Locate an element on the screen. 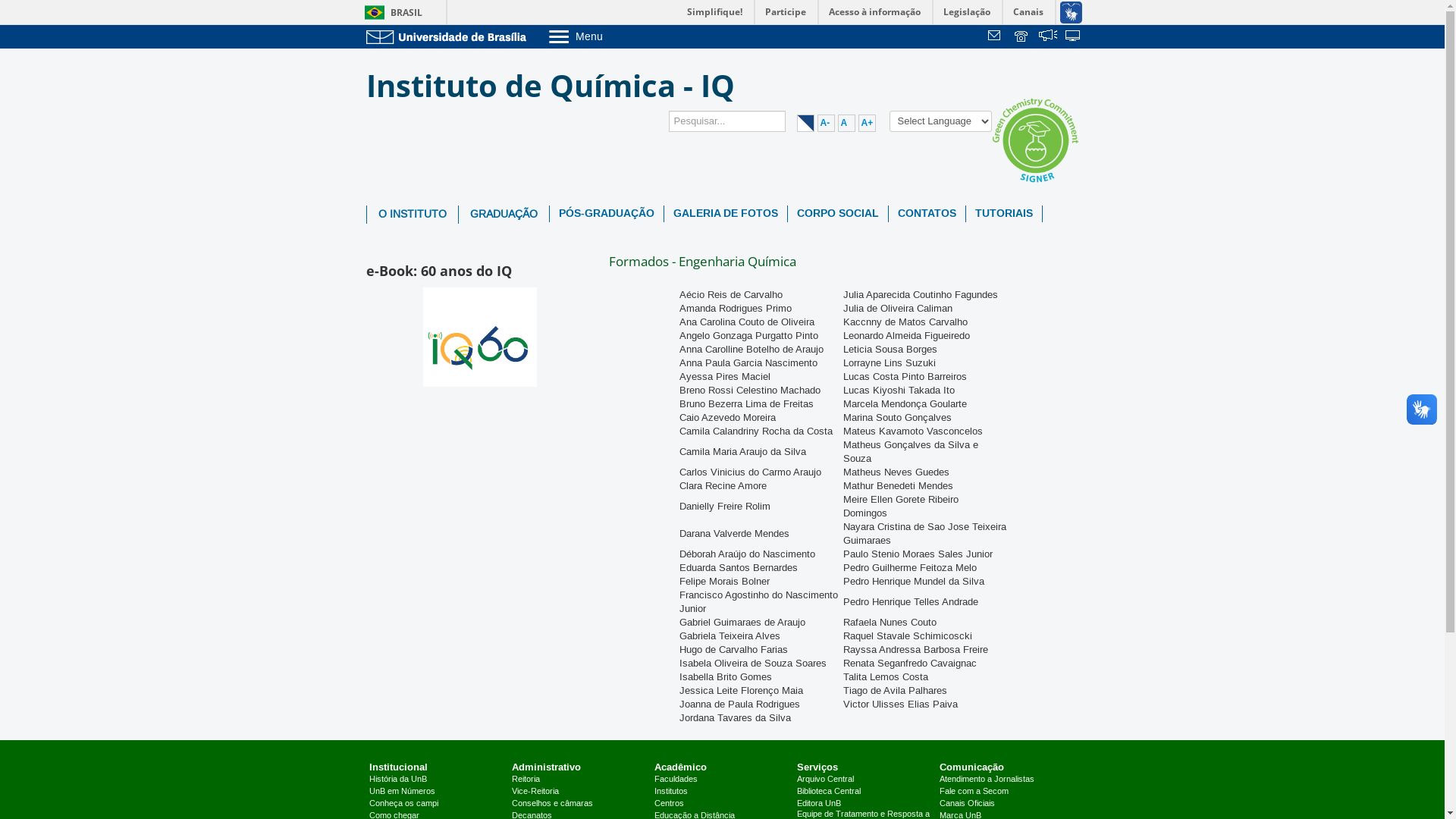  'GALERIA DE FOTOS' is located at coordinates (724, 213).